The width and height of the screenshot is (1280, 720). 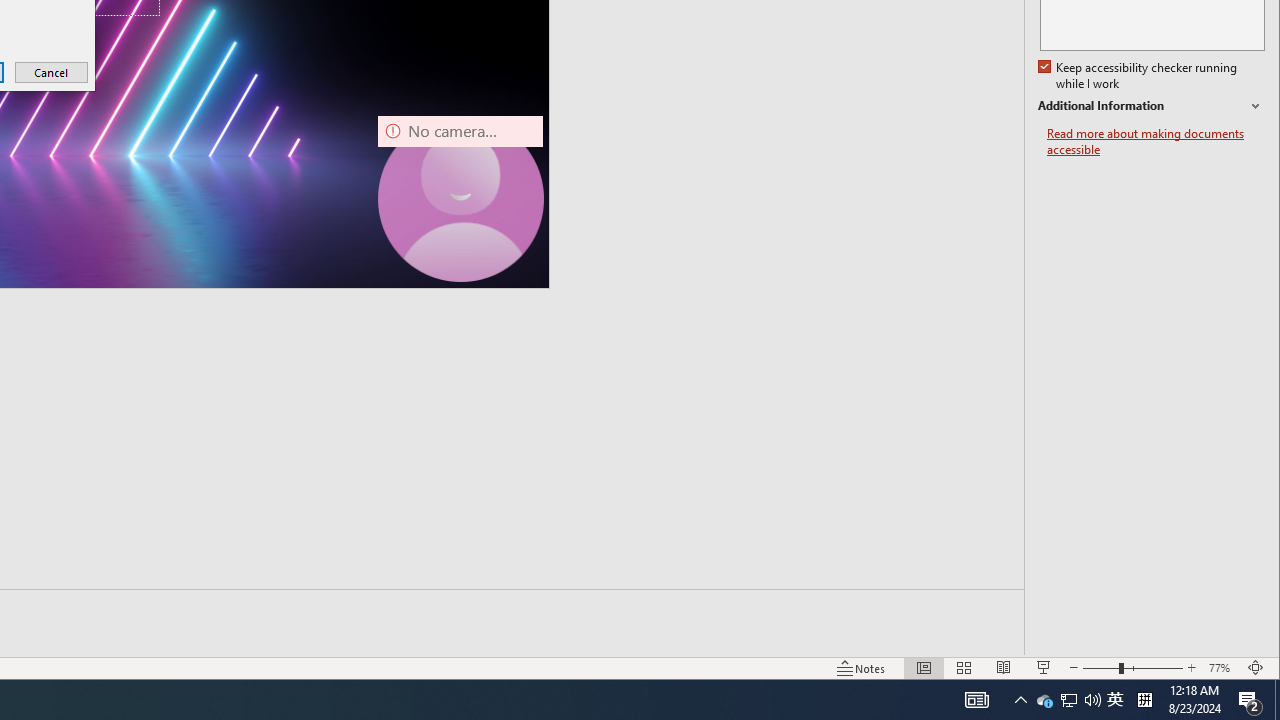 What do you see at coordinates (459, 198) in the screenshot?
I see `'Camera 7, No camera detected.'` at bounding box center [459, 198].